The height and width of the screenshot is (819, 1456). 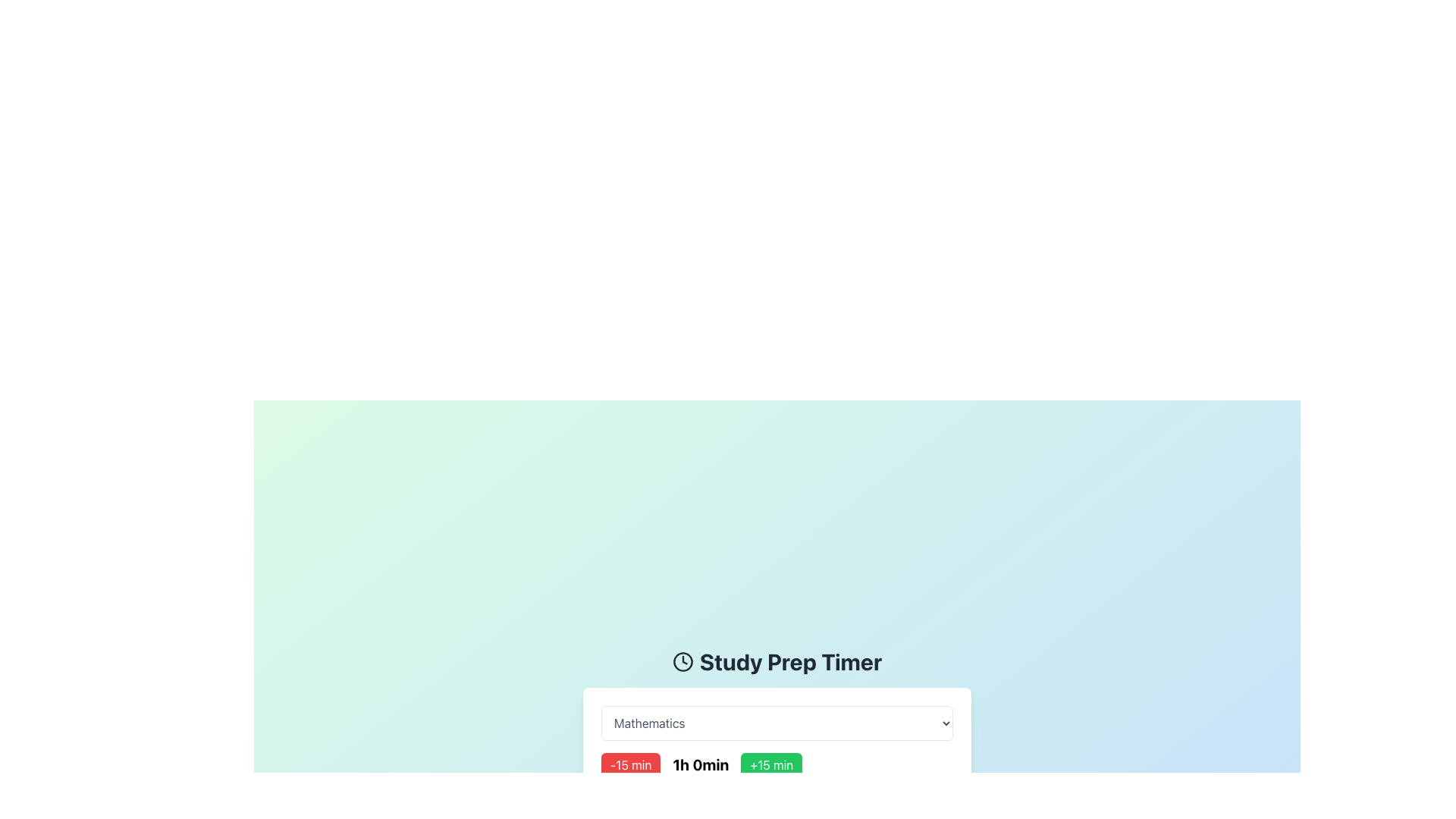 What do you see at coordinates (700, 765) in the screenshot?
I see `the Text Display element that shows the current time setting, located centrally between the '-15 min' red button and the '+15 min' green button` at bounding box center [700, 765].